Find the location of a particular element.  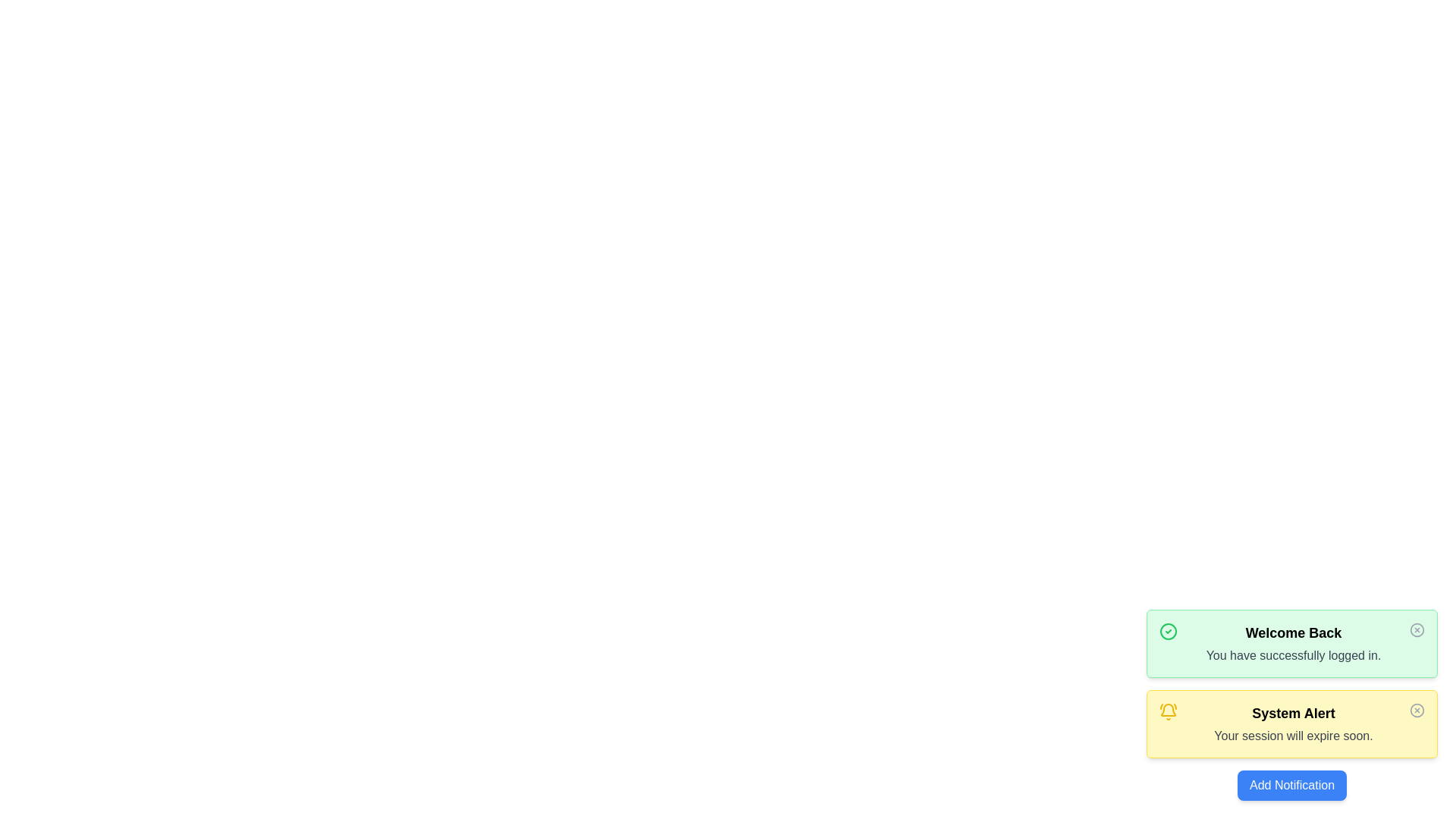

the login confirmation message displayed below the 'Welcome Back' title in the green notification box at the top right area of the application is located at coordinates (1292, 654).